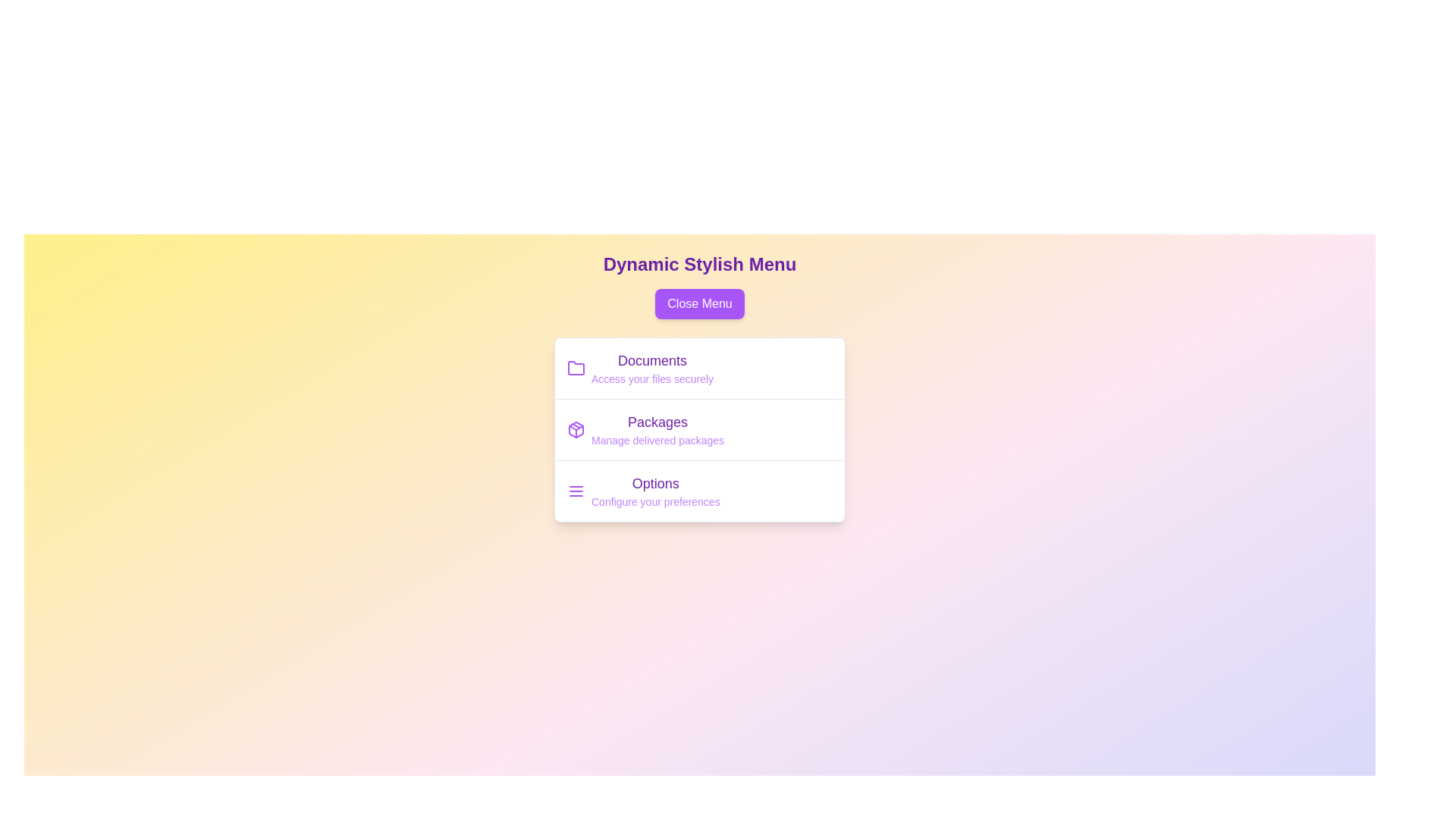 The width and height of the screenshot is (1456, 819). Describe the element at coordinates (698, 304) in the screenshot. I see `the 'Close Menu' button to toggle the menu visibility` at that location.